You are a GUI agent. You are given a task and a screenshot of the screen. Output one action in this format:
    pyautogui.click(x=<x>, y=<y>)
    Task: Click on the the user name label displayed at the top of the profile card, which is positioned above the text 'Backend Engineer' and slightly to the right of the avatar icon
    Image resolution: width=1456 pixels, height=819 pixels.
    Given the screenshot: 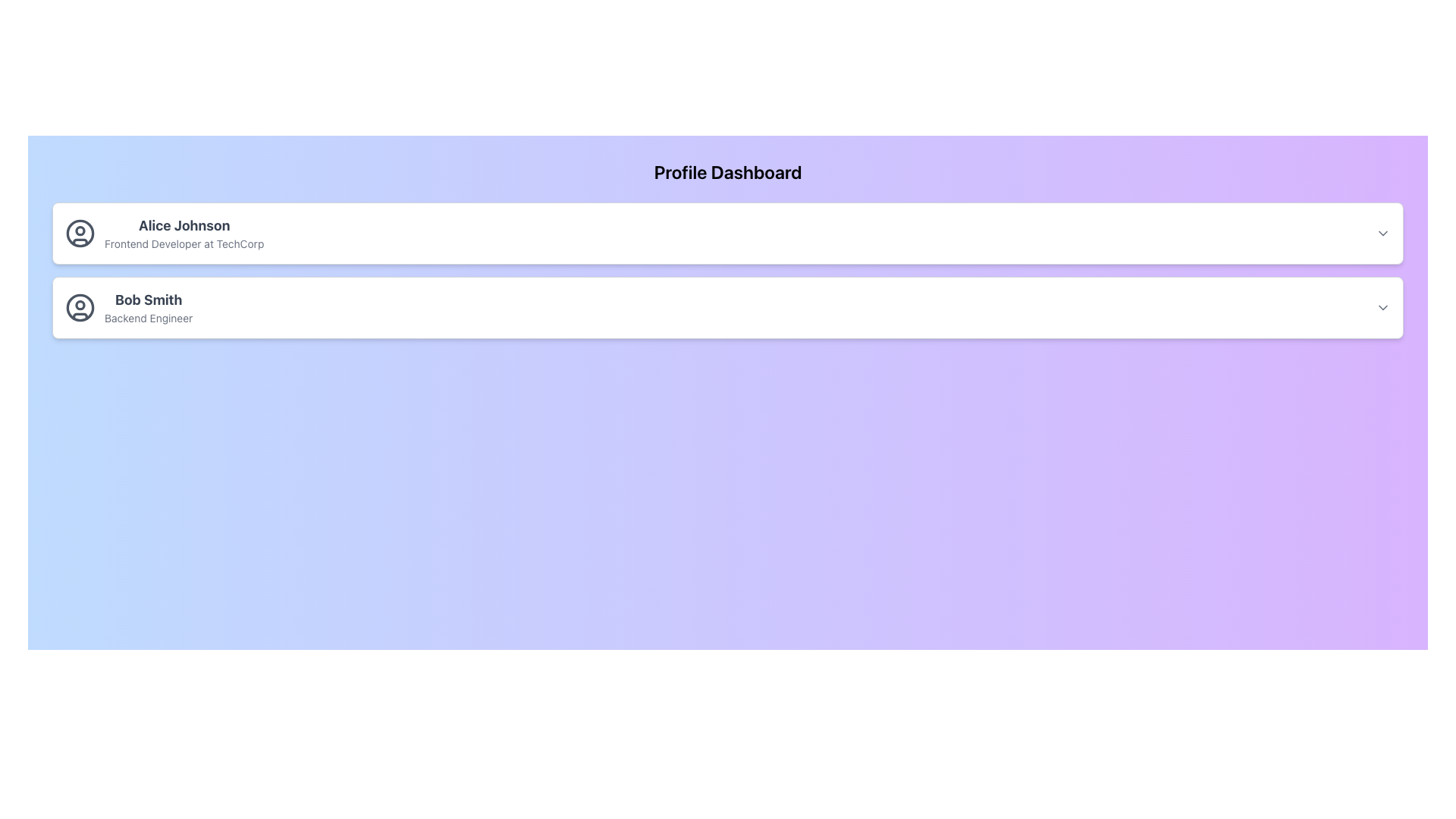 What is the action you would take?
    pyautogui.click(x=149, y=300)
    